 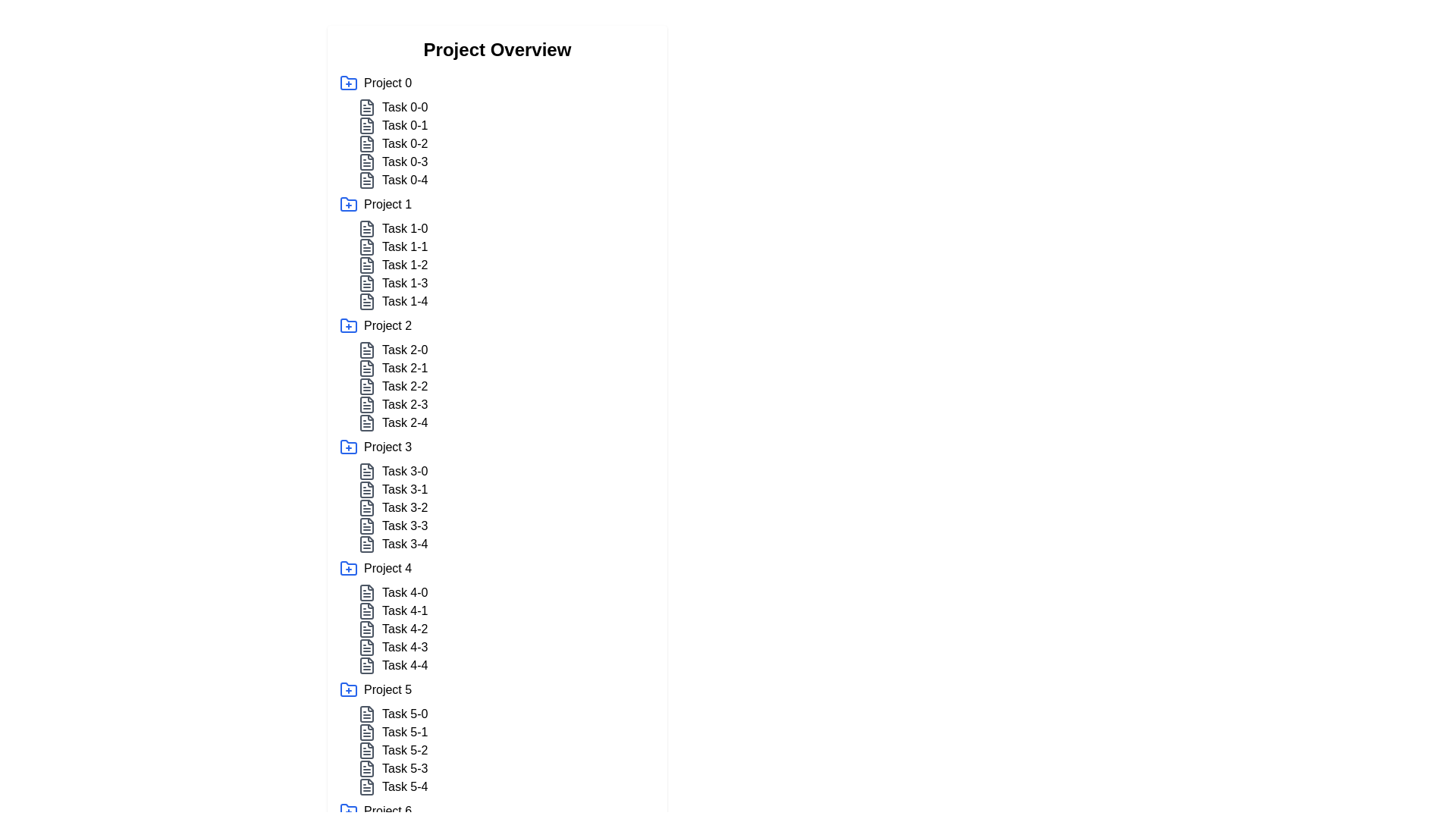 I want to click on the file icon representing 'Task 1-3' located to the left of the text in the 'Project 1' section, so click(x=367, y=284).